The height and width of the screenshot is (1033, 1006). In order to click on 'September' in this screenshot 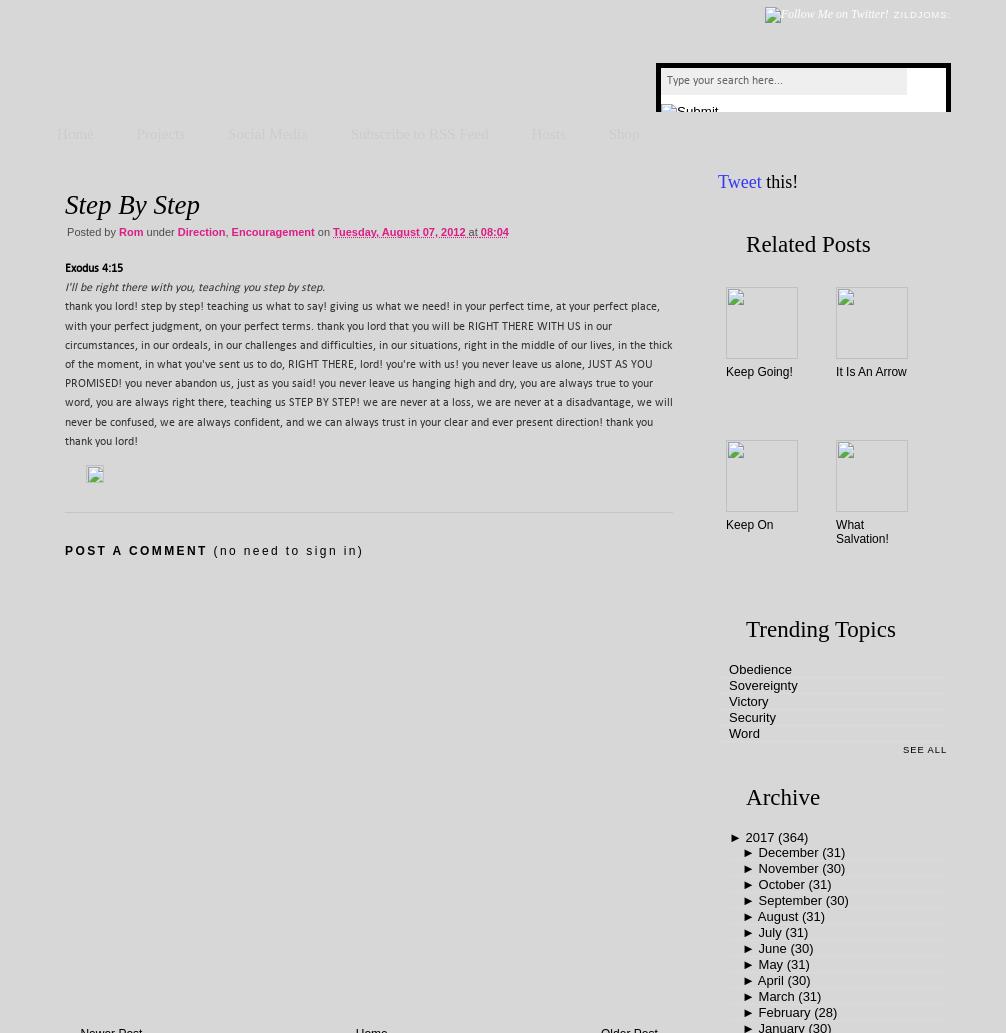, I will do `click(789, 899)`.